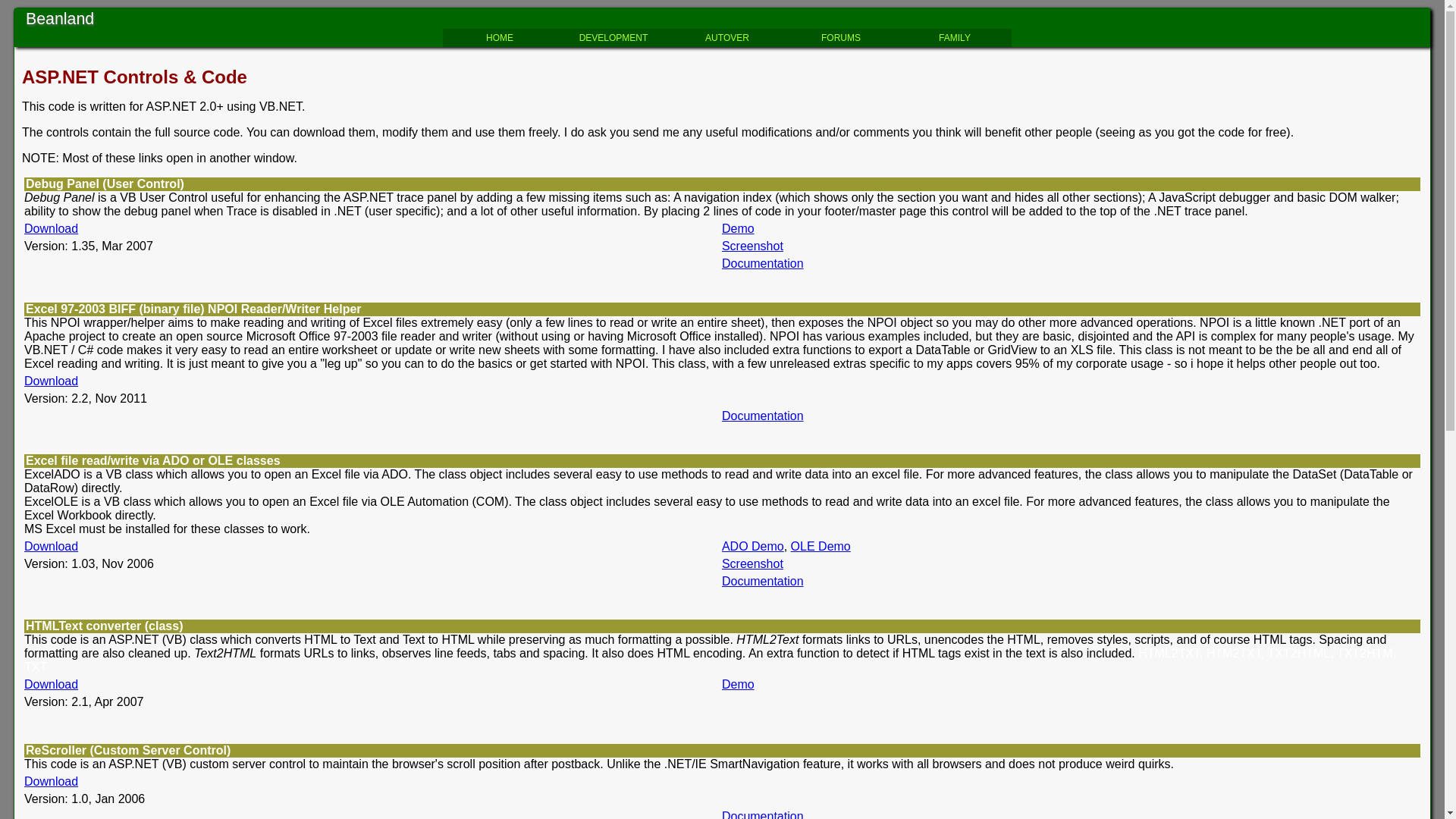 The width and height of the screenshot is (1456, 819). I want to click on 'Download', so click(51, 228).